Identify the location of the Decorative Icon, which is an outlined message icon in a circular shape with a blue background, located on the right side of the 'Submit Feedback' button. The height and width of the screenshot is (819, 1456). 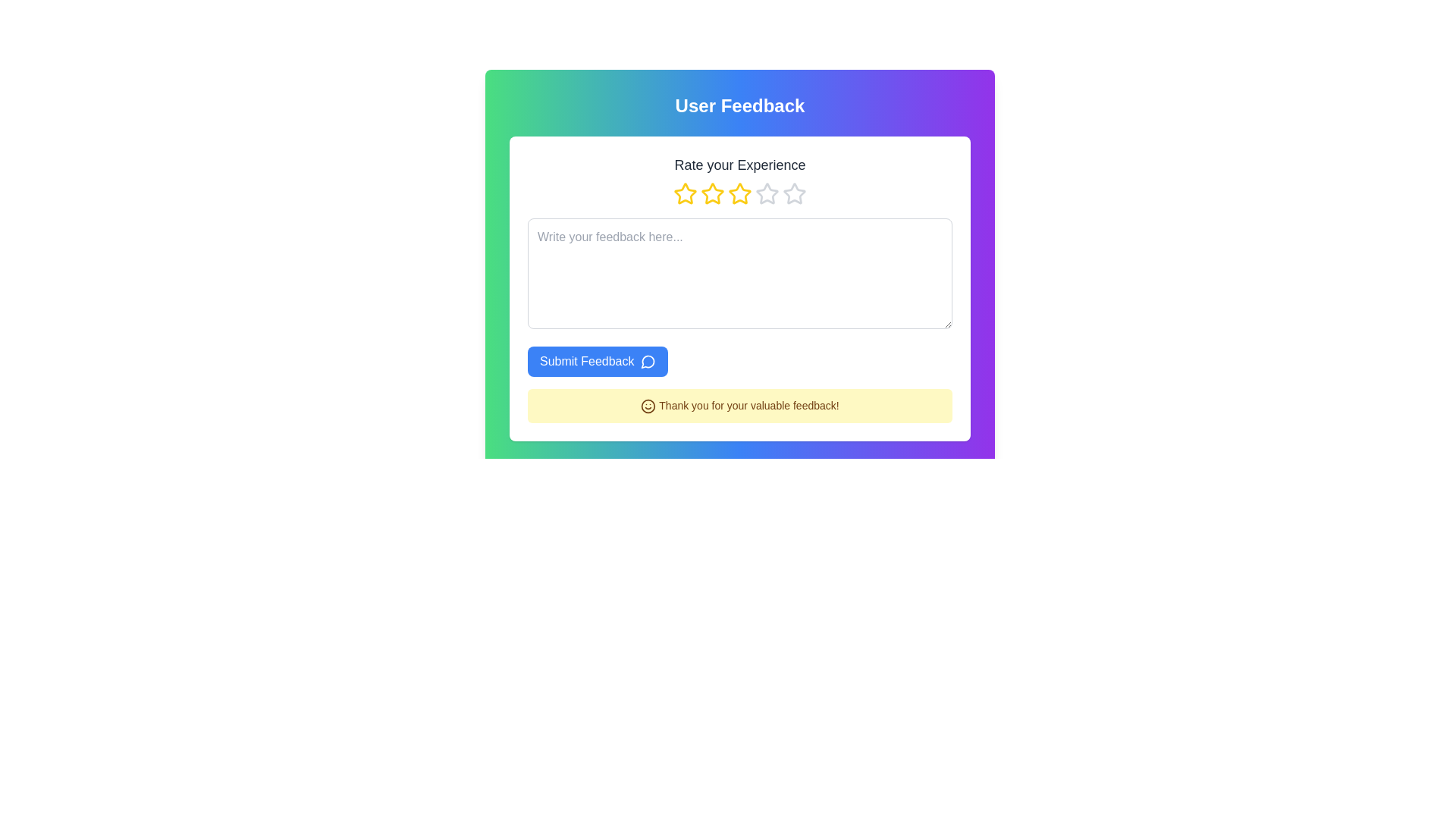
(648, 362).